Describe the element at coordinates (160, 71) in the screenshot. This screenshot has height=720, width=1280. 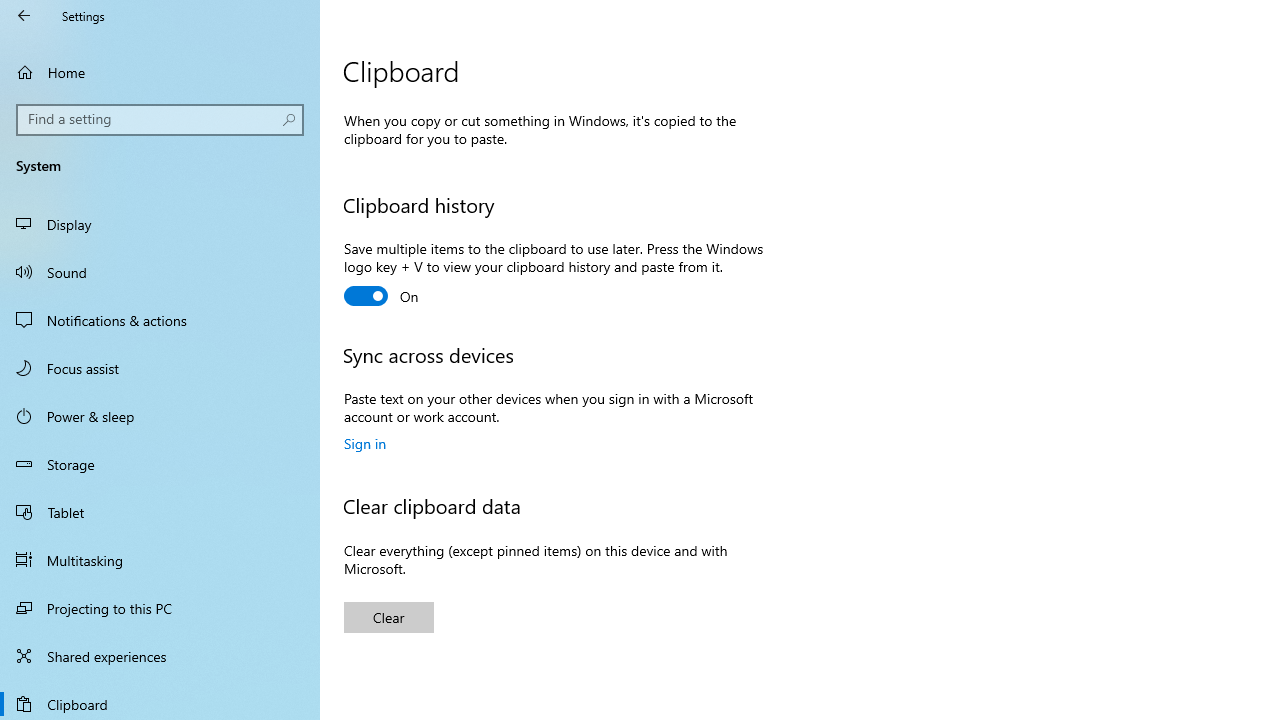
I see `'Home'` at that location.